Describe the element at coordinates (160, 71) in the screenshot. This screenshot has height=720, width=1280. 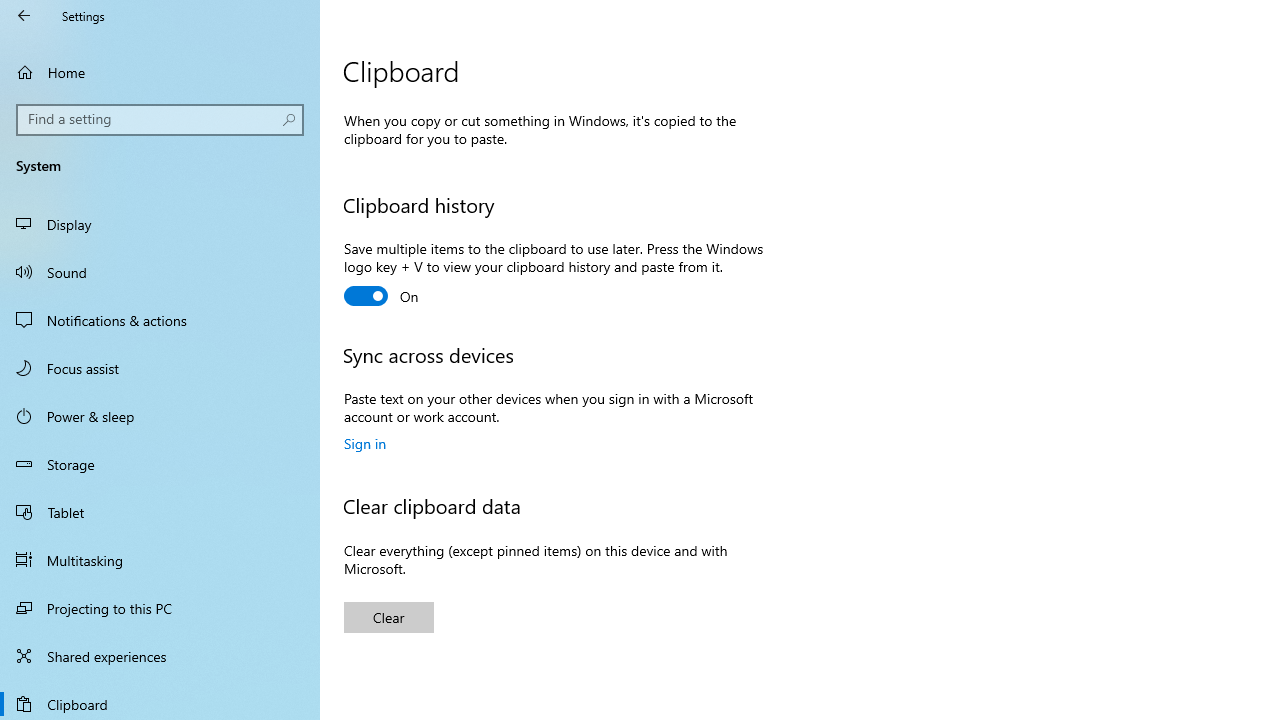
I see `'Home'` at that location.